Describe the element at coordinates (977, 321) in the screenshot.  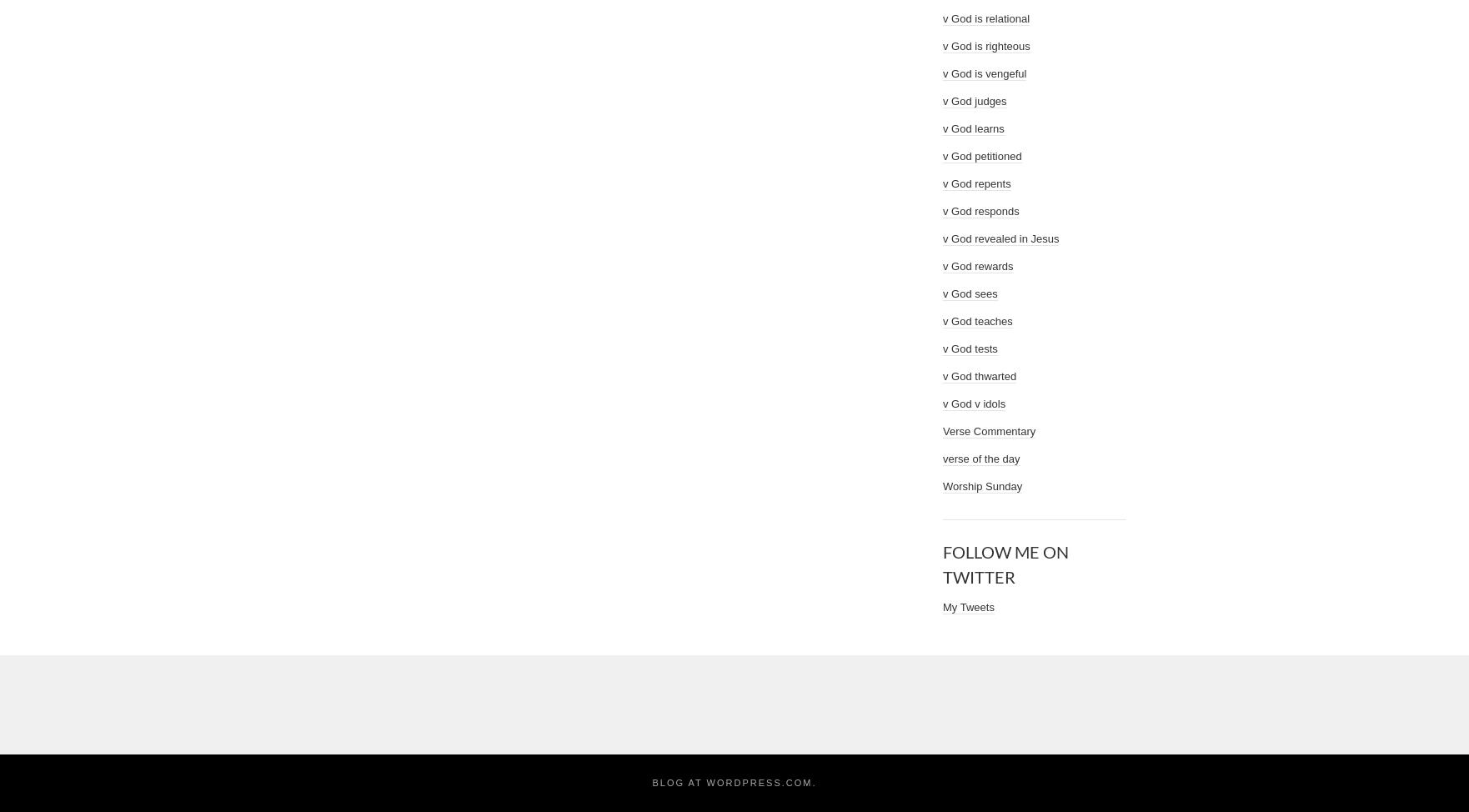
I see `'v God teaches'` at that location.